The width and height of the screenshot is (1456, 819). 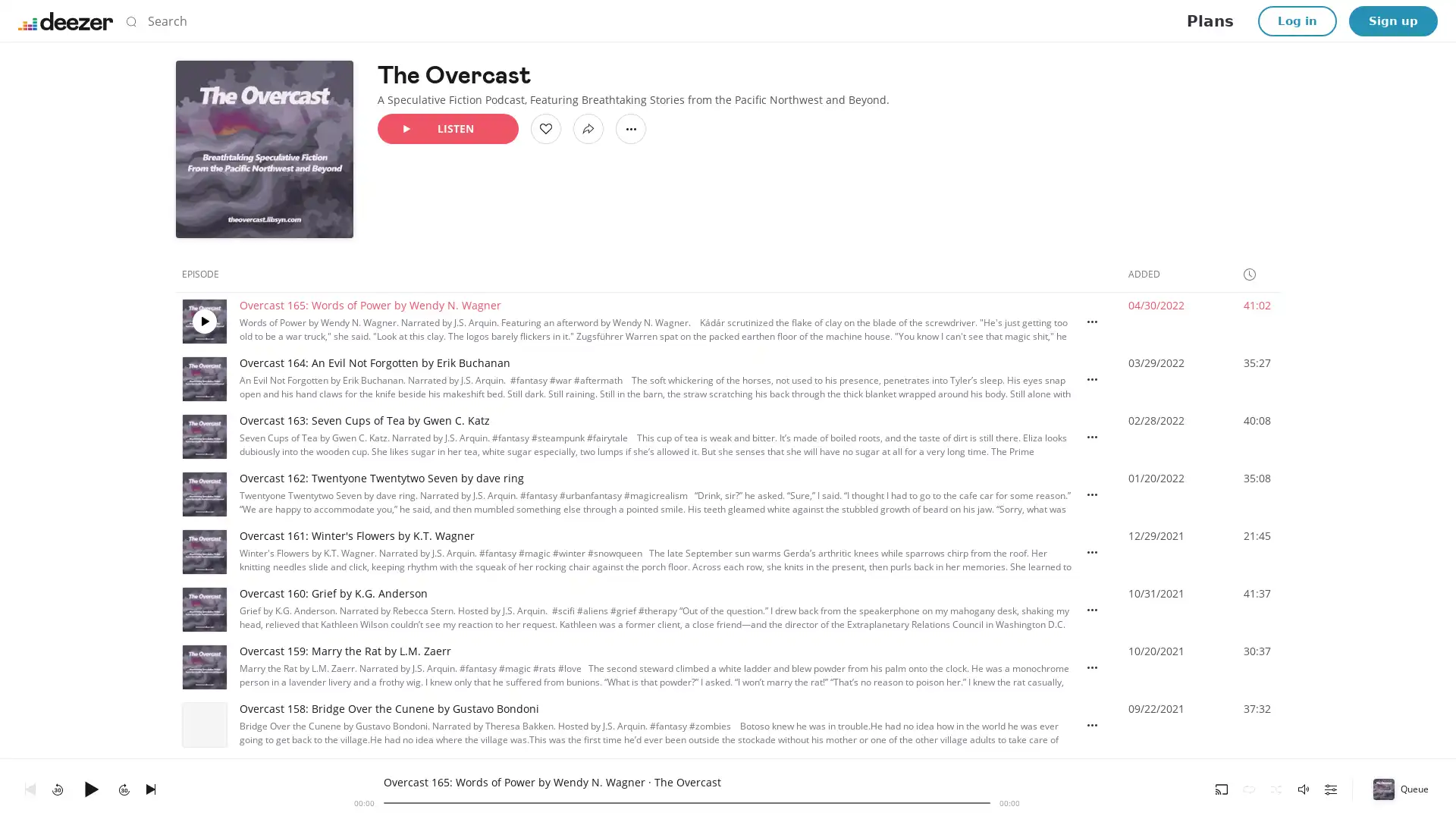 What do you see at coordinates (90, 788) in the screenshot?
I see `Play` at bounding box center [90, 788].